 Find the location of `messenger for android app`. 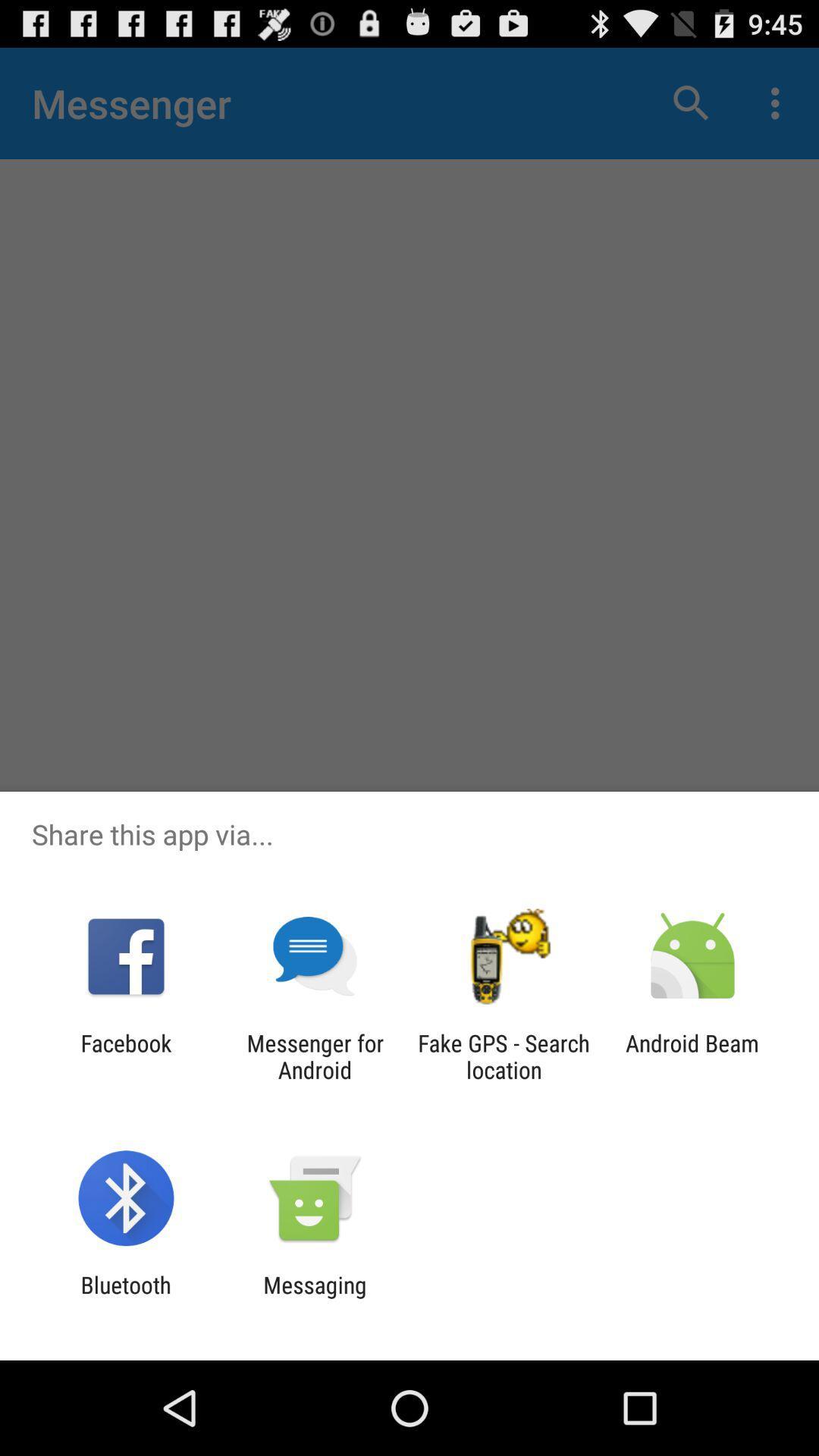

messenger for android app is located at coordinates (314, 1056).